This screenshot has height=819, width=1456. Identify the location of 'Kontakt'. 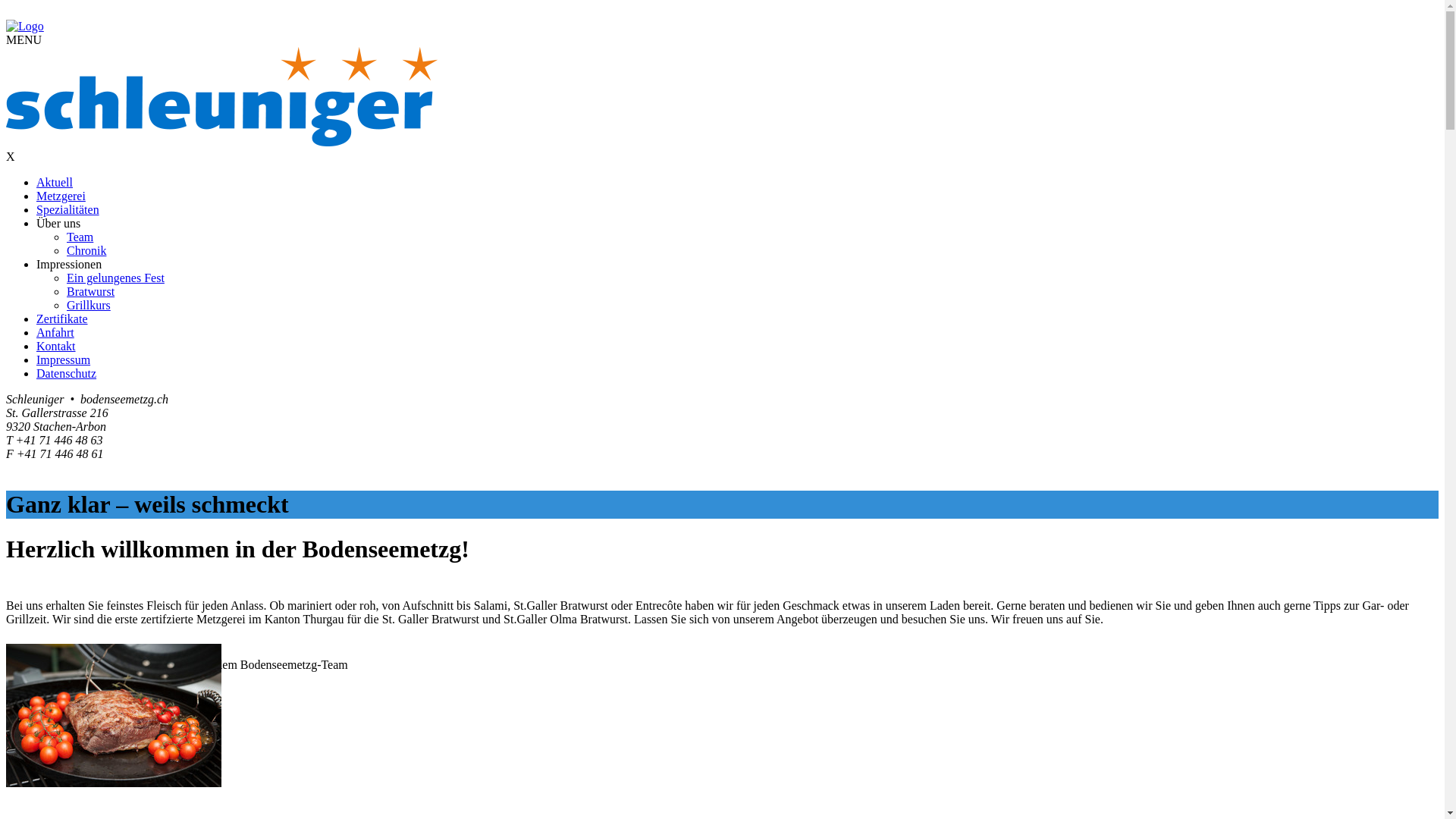
(55, 346).